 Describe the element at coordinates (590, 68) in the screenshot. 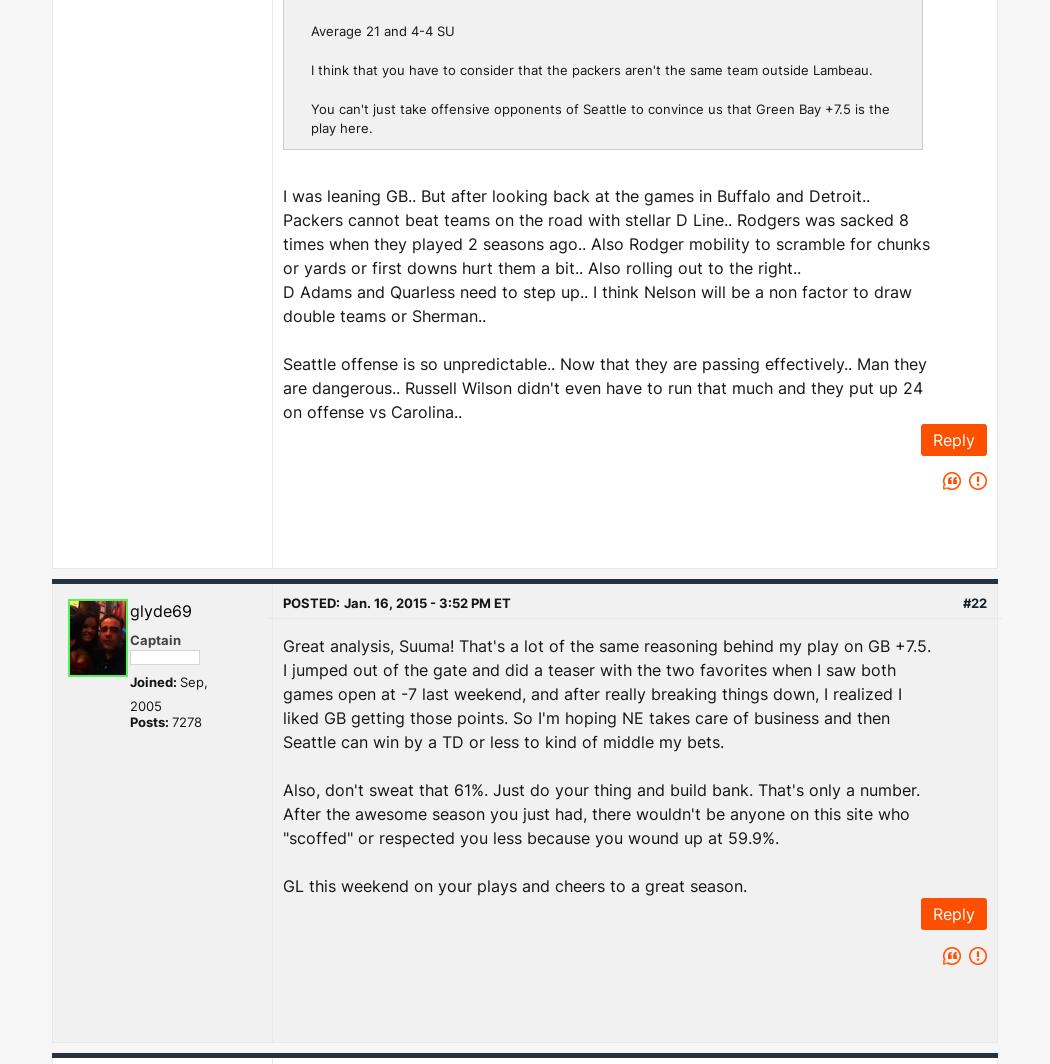

I see `'I think that you have to consider that the packers aren't the same team outside Lambeau.'` at that location.